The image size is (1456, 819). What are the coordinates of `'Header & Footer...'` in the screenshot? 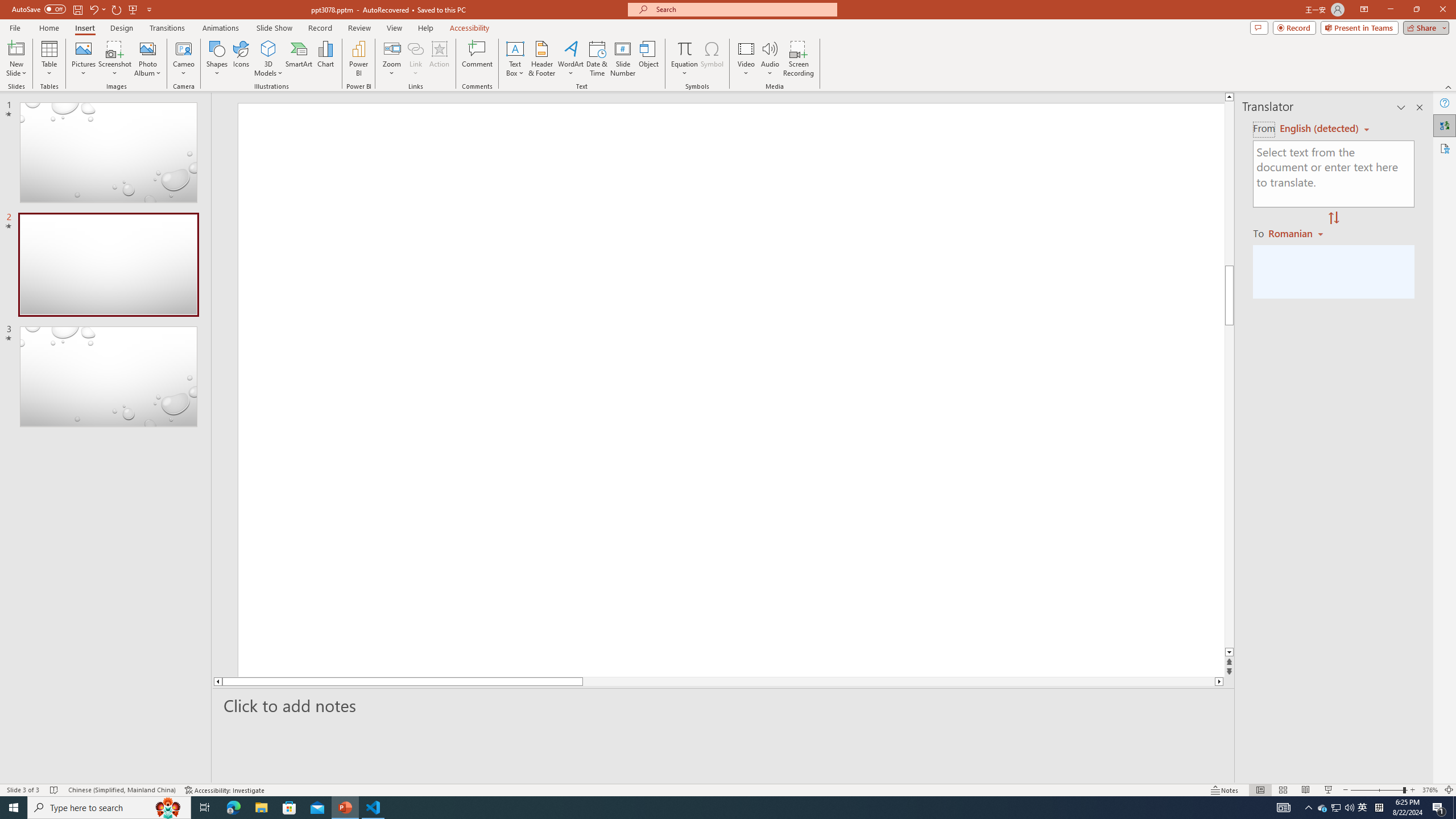 It's located at (541, 59).